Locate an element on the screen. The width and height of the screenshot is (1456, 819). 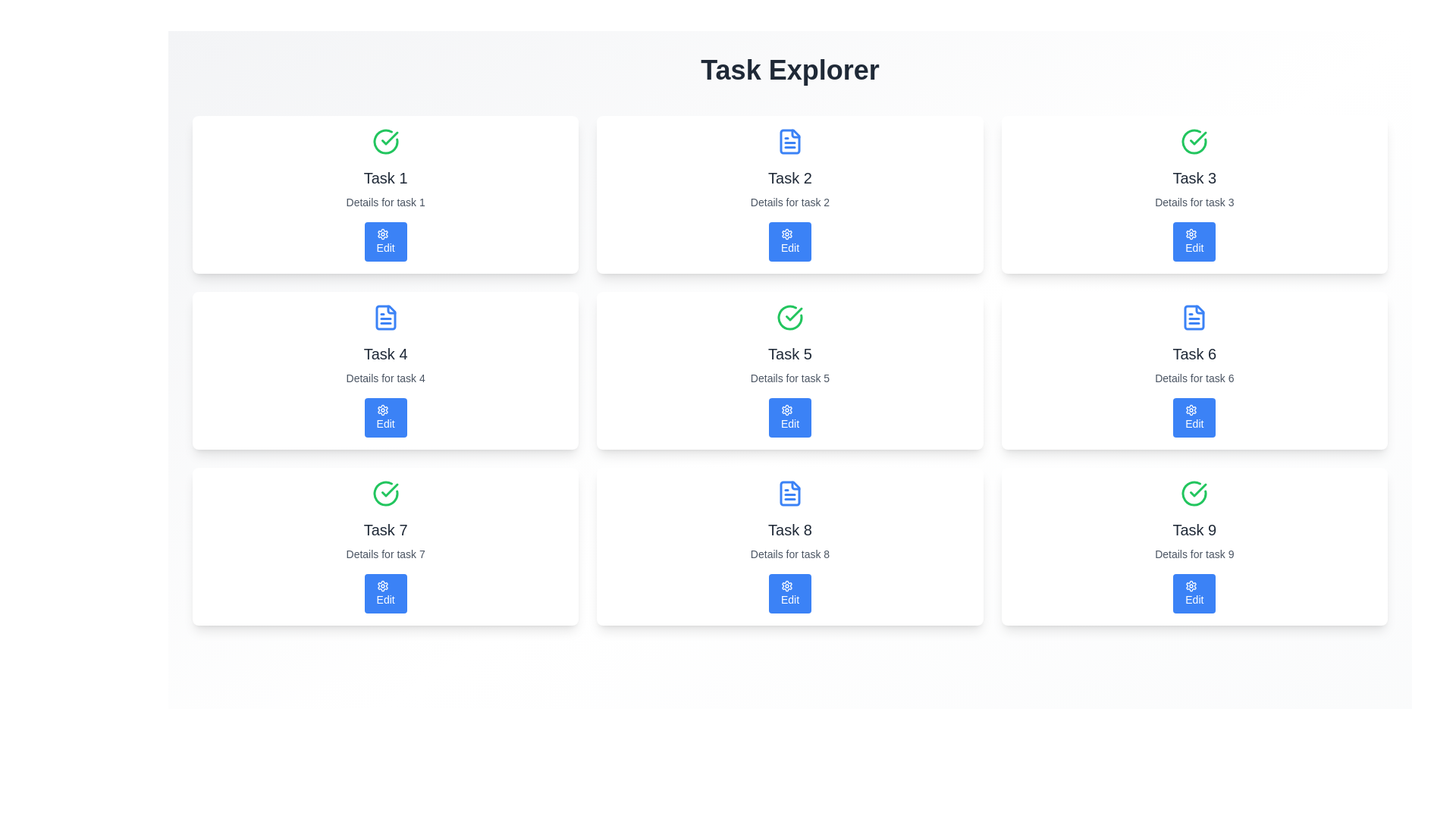
the text label providing additional information for 'Task 7', located within the seventh card of a 3x3 grid layout, positioned below the 'Task 7' heading and above the 'Edit' button is located at coordinates (385, 554).